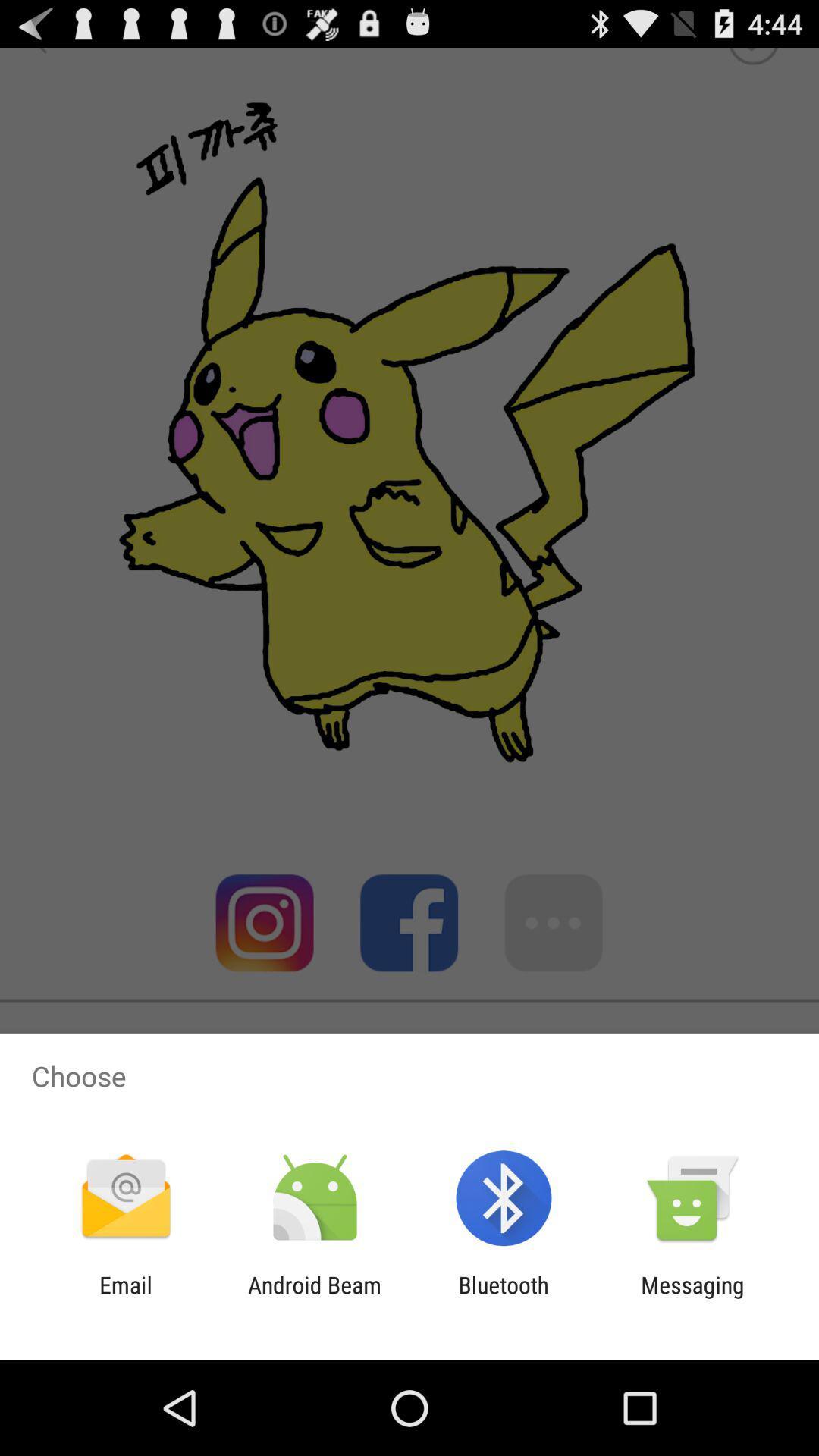 This screenshot has width=819, height=1456. Describe the element at coordinates (504, 1298) in the screenshot. I see `icon next to the android beam item` at that location.